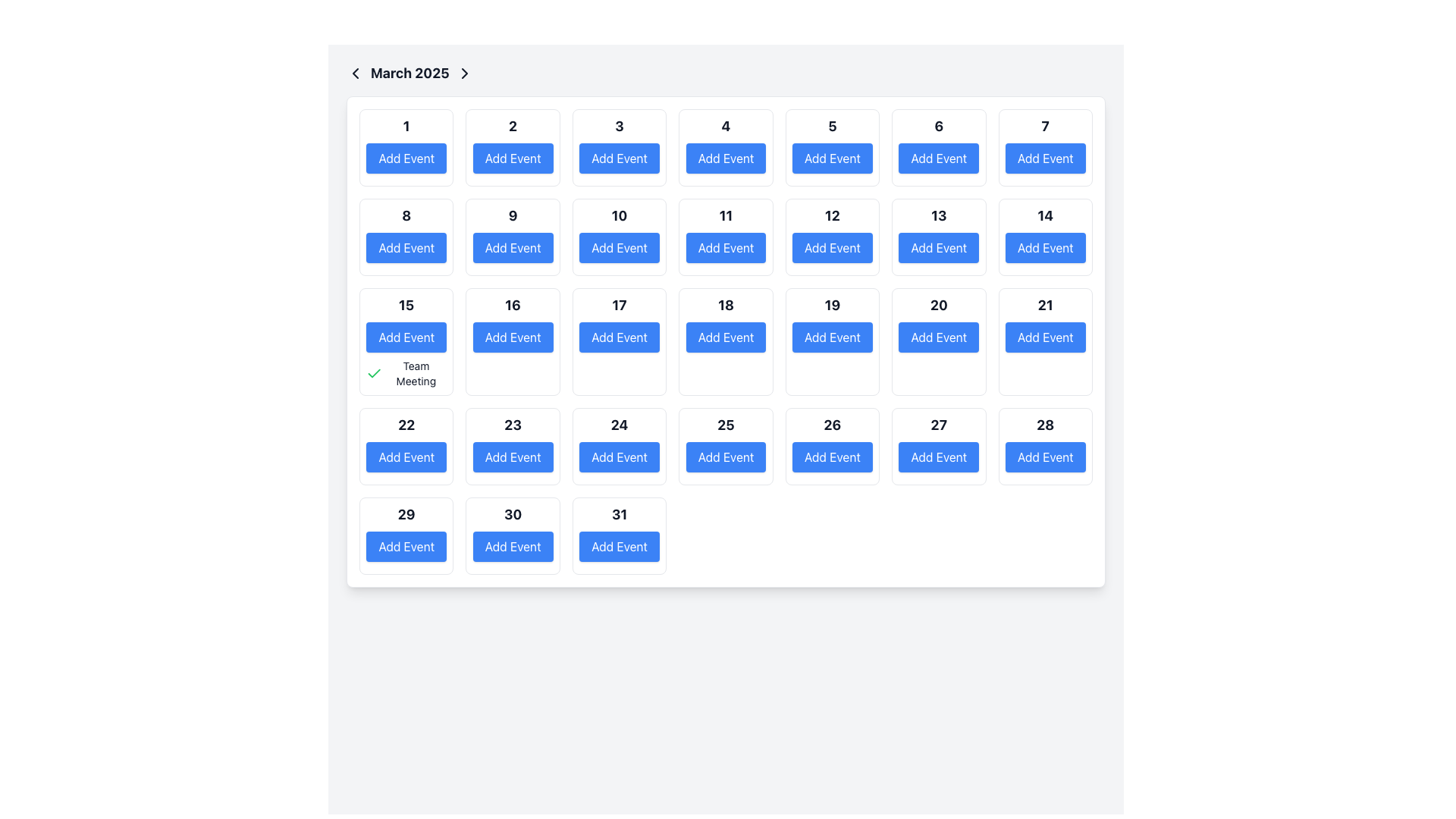 This screenshot has height=819, width=1456. What do you see at coordinates (831, 336) in the screenshot?
I see `the button in the calendar for the 19th day to change its background color` at bounding box center [831, 336].